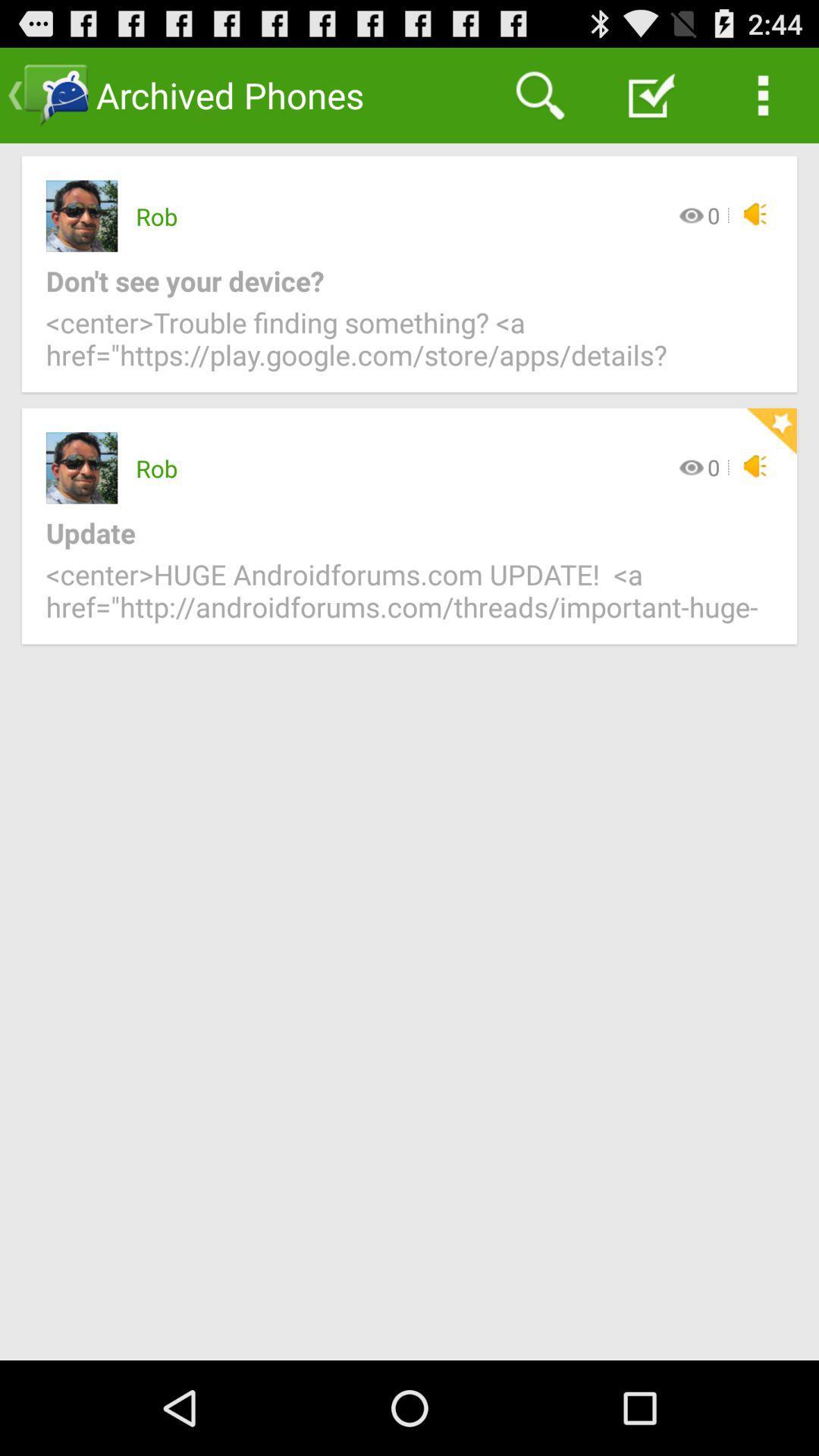  What do you see at coordinates (409, 599) in the screenshot?
I see `the center huge androidforums item` at bounding box center [409, 599].